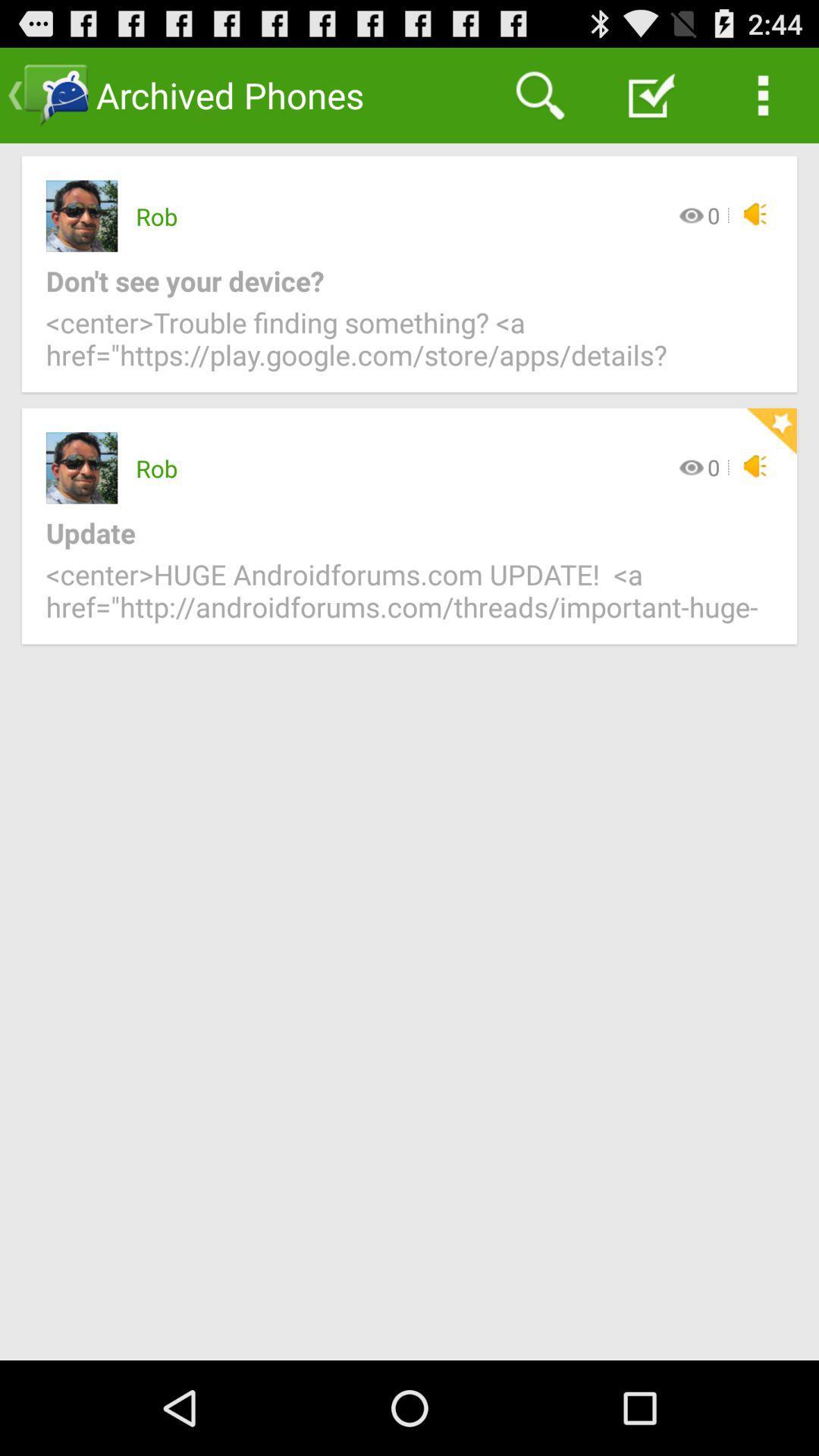  What do you see at coordinates (409, 599) in the screenshot?
I see `the center huge androidforums item` at bounding box center [409, 599].